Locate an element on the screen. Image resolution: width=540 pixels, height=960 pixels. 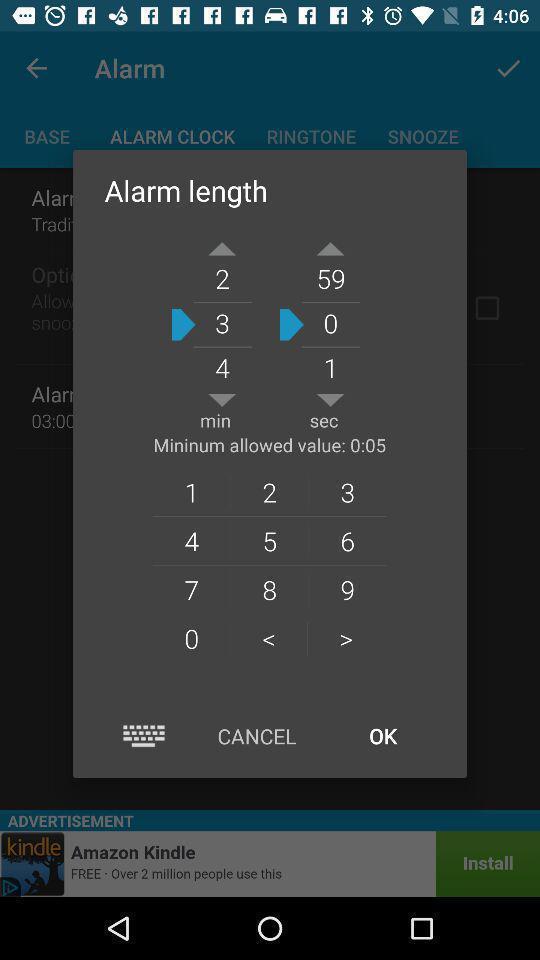
the icon below > is located at coordinates (382, 735).